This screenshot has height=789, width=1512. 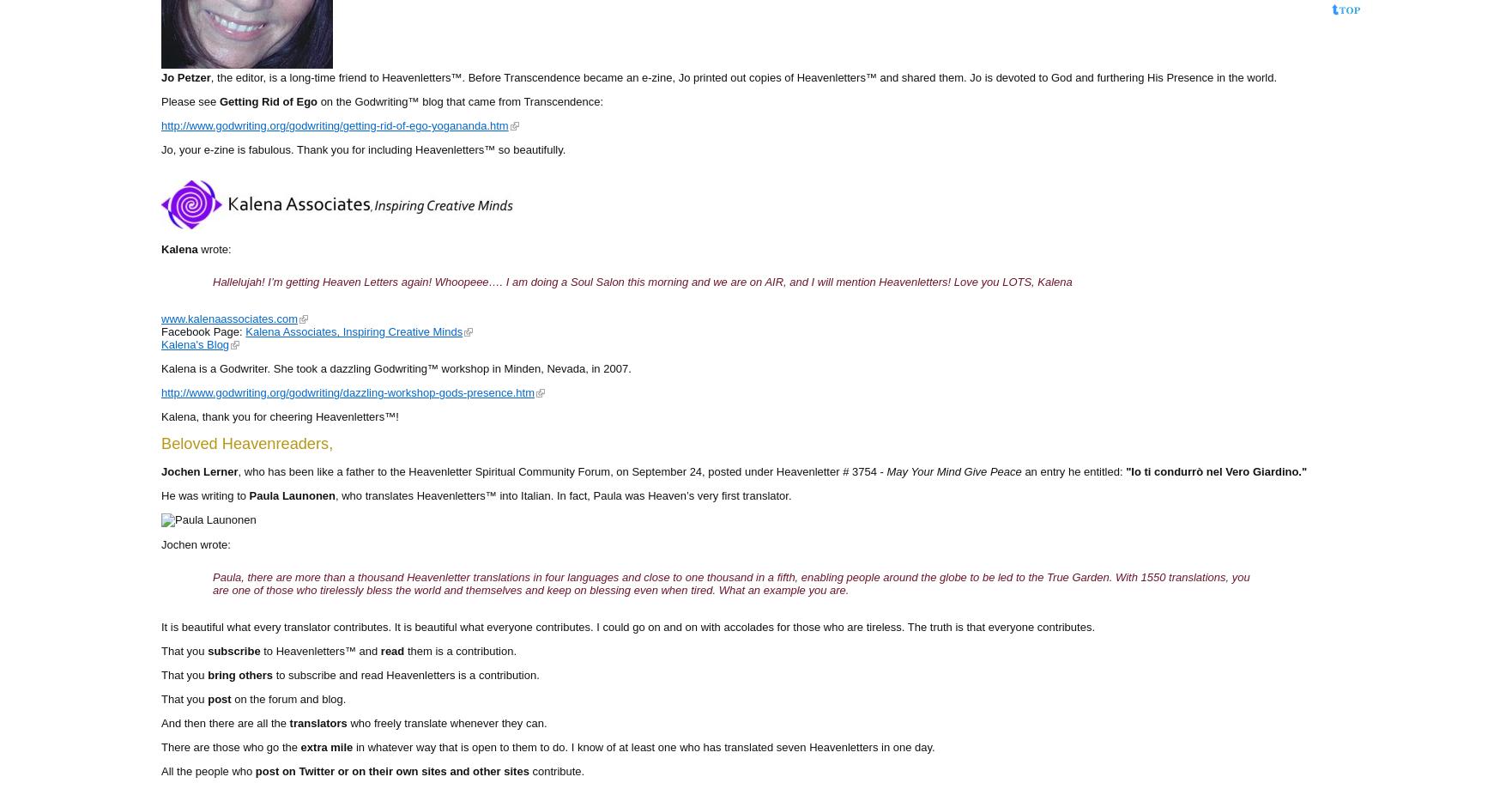 I want to click on 'Kalena, thank you for cheering Heavenletters™!', so click(x=279, y=416).